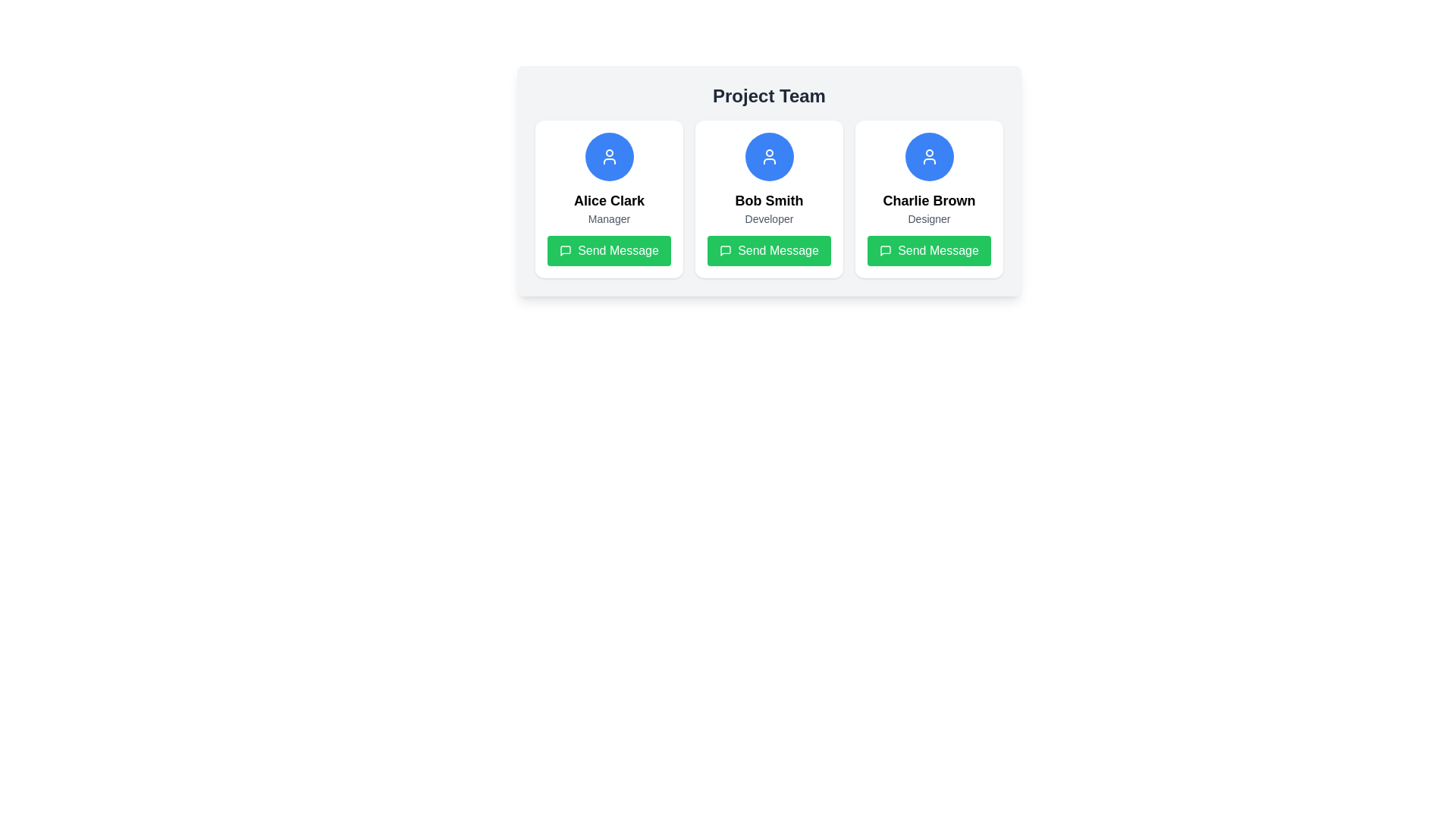 This screenshot has width=1456, height=819. I want to click on the profile icon representing Charlie Brown, which is located in the upper portion of the card and is centrally aligned above the text label, so click(928, 157).